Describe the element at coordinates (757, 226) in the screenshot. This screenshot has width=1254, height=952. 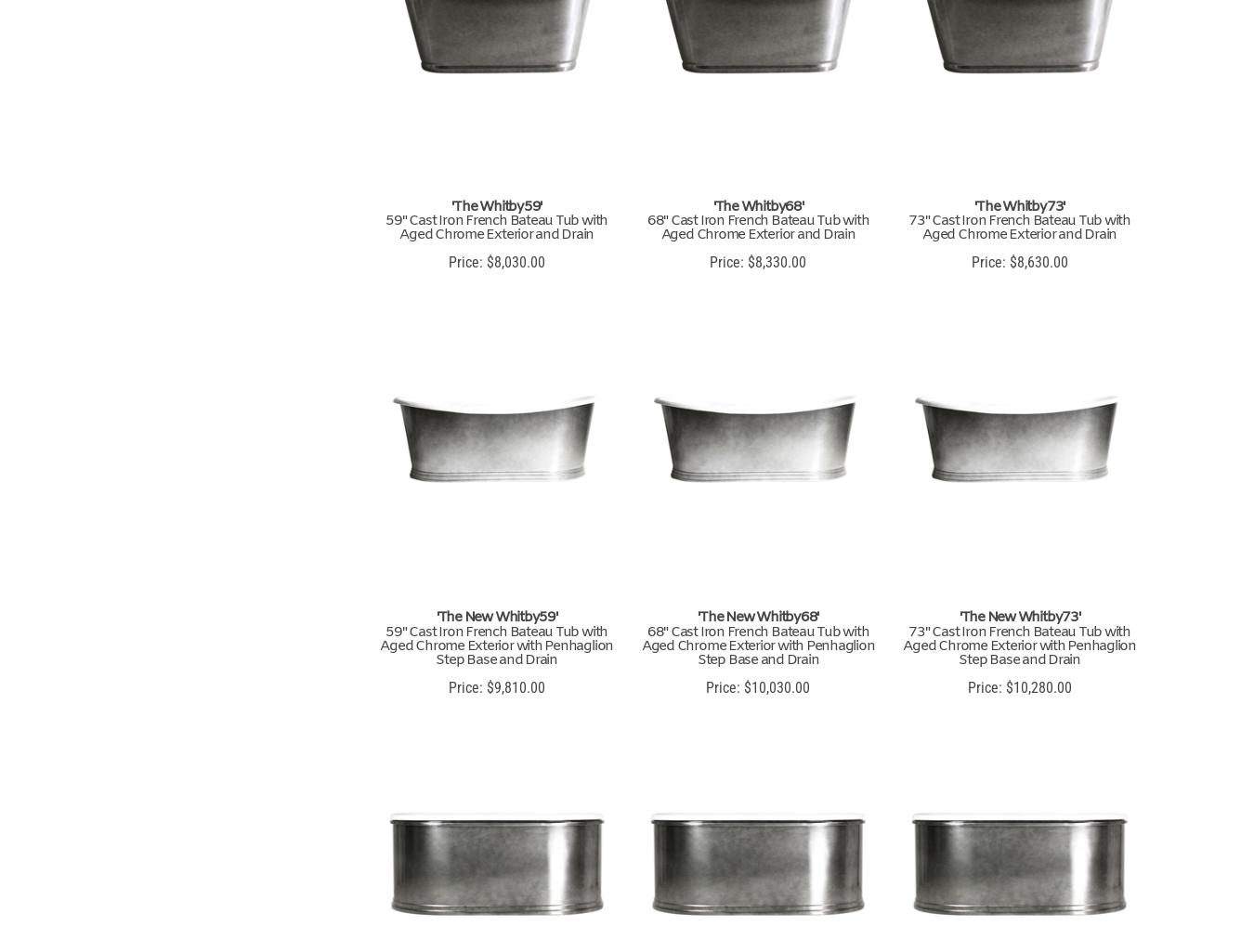
I see `'68" Cast Iron French Bateau Tub with Aged Chrome Exterior and Drain'` at that location.